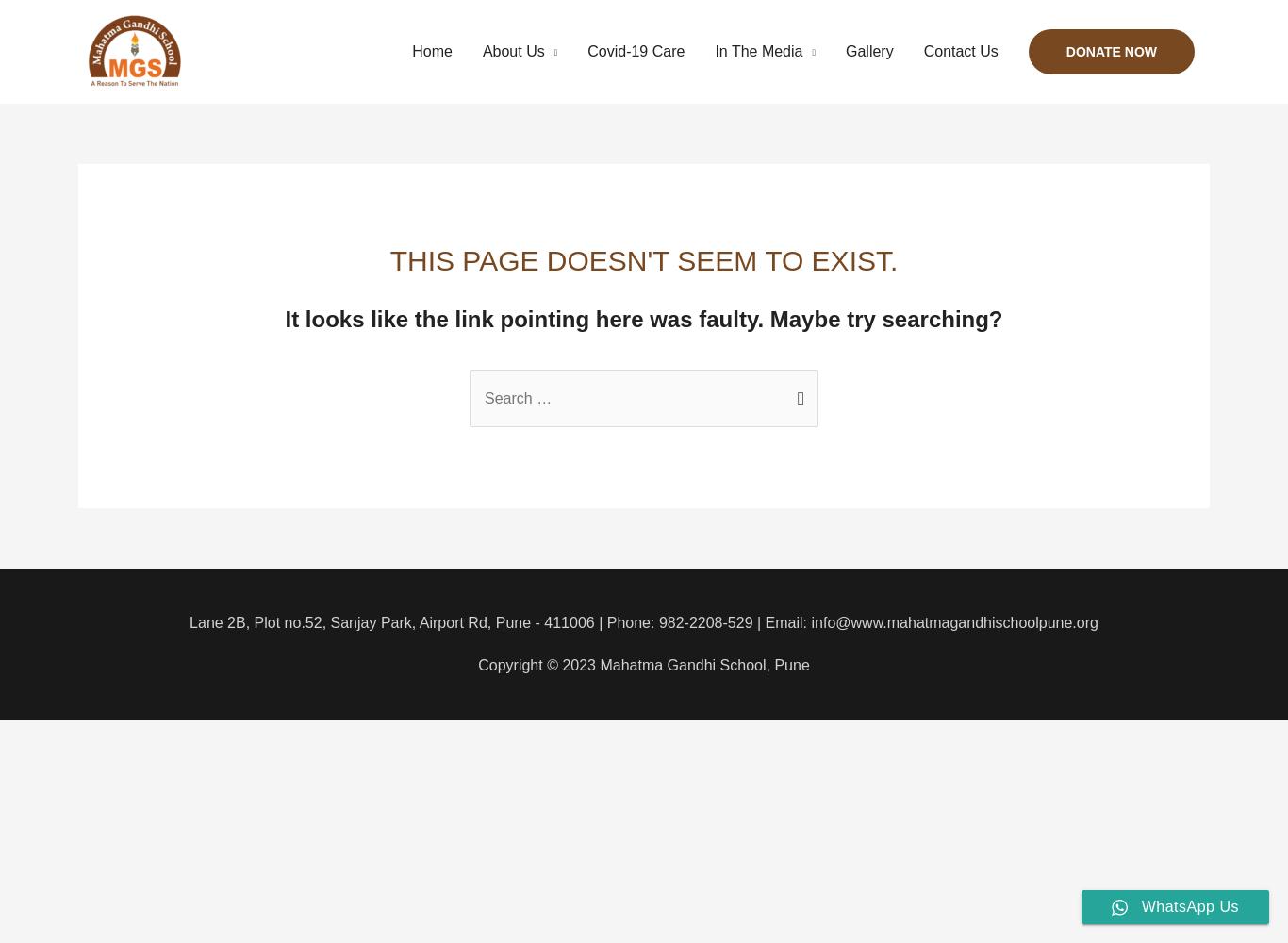  Describe the element at coordinates (1111, 52) in the screenshot. I see `'Donate Now'` at that location.